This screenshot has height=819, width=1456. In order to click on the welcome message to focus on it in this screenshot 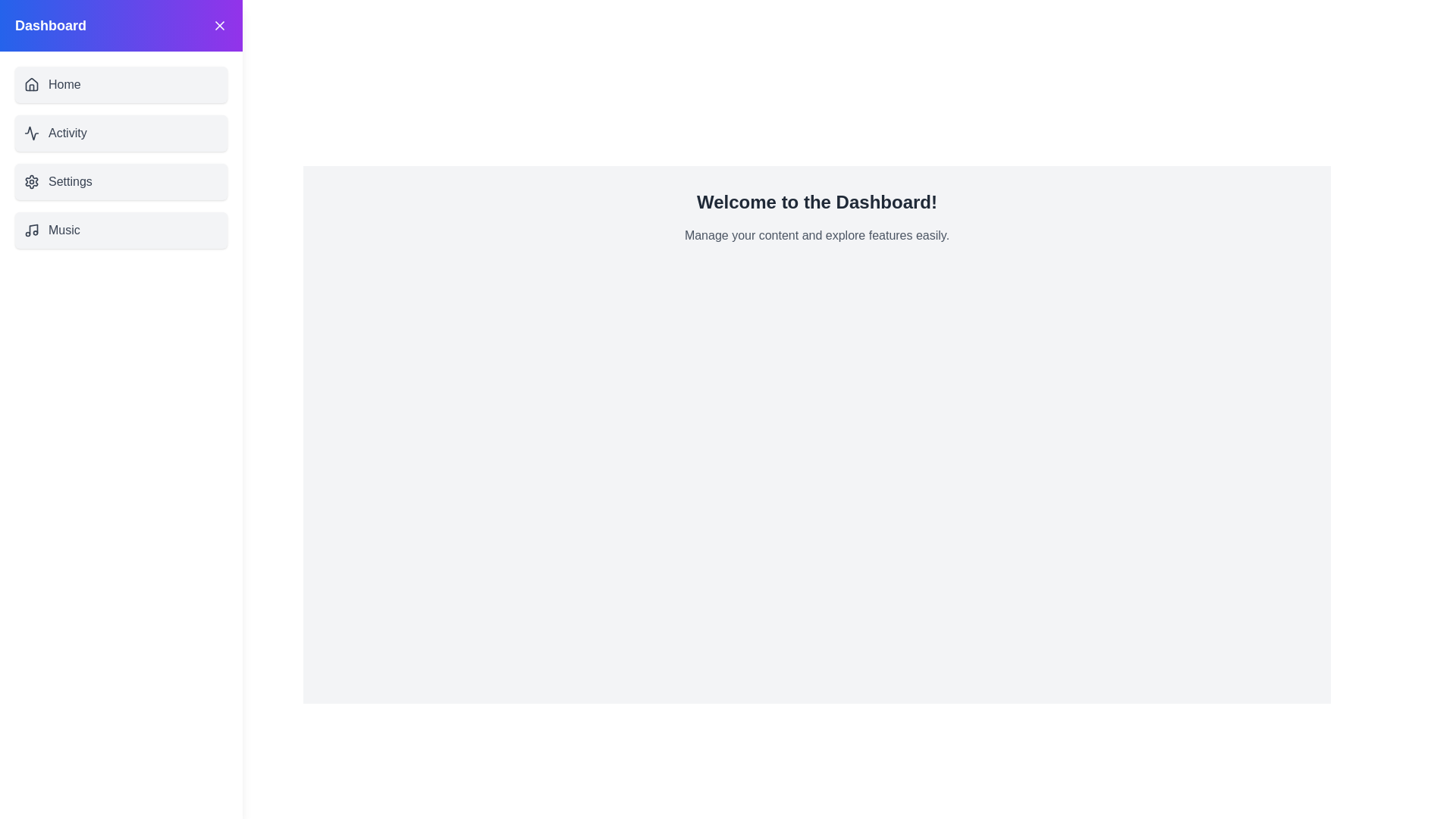, I will do `click(816, 201)`.